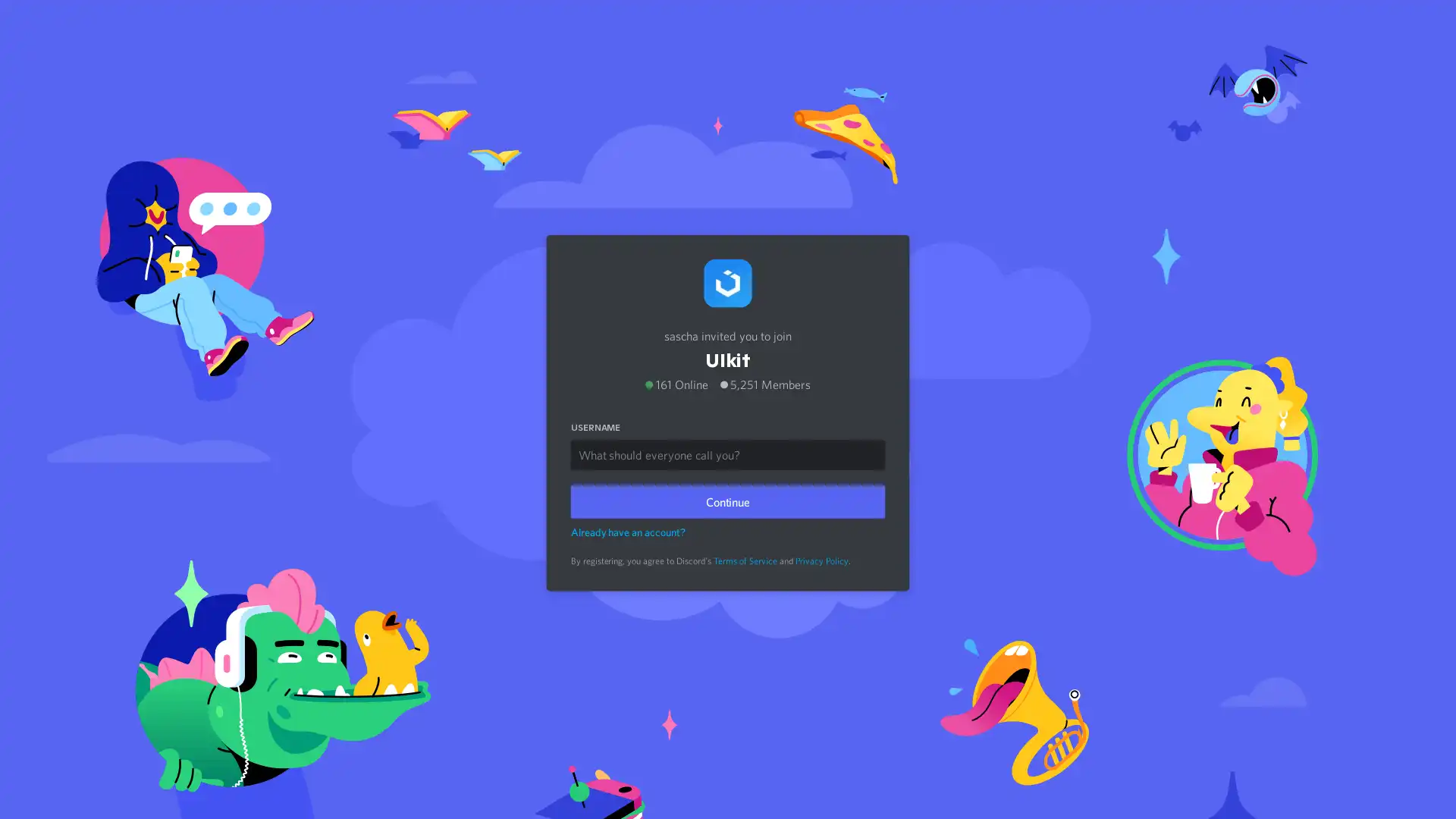 This screenshot has height=819, width=1456. What do you see at coordinates (728, 497) in the screenshot?
I see `Continue` at bounding box center [728, 497].